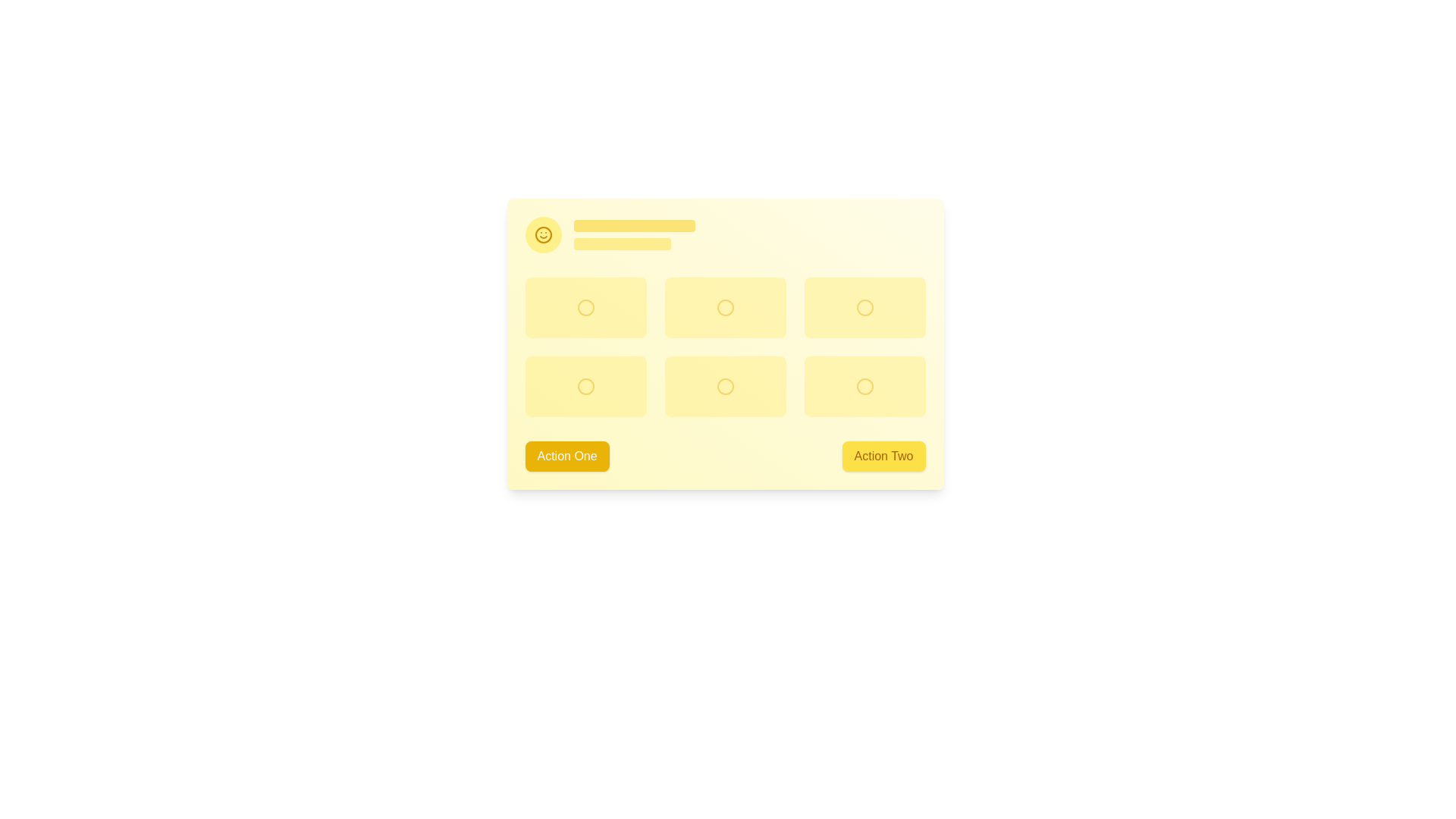 The height and width of the screenshot is (819, 1456). What do you see at coordinates (864, 307) in the screenshot?
I see `the generic UI box or card with a rounded corner and a centered circular icon, located in the third column of the first row of the grid` at bounding box center [864, 307].